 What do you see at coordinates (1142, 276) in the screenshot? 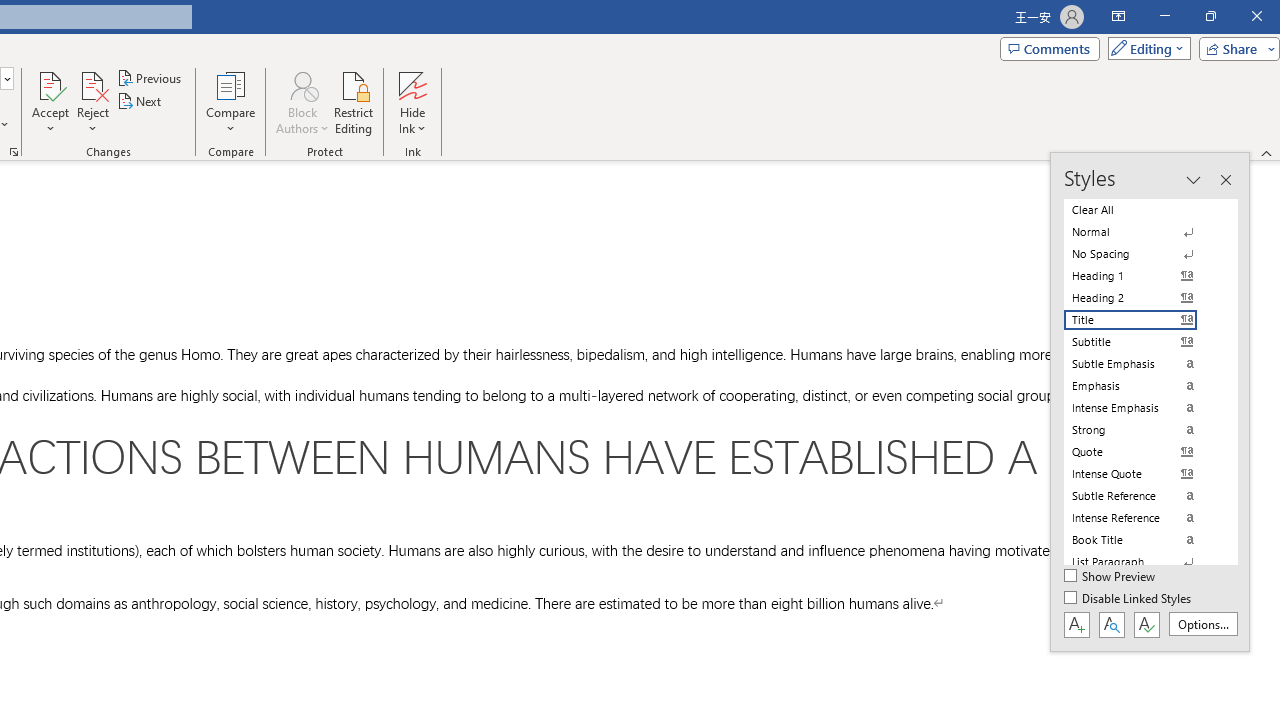
I see `'Heading 1'` at bounding box center [1142, 276].